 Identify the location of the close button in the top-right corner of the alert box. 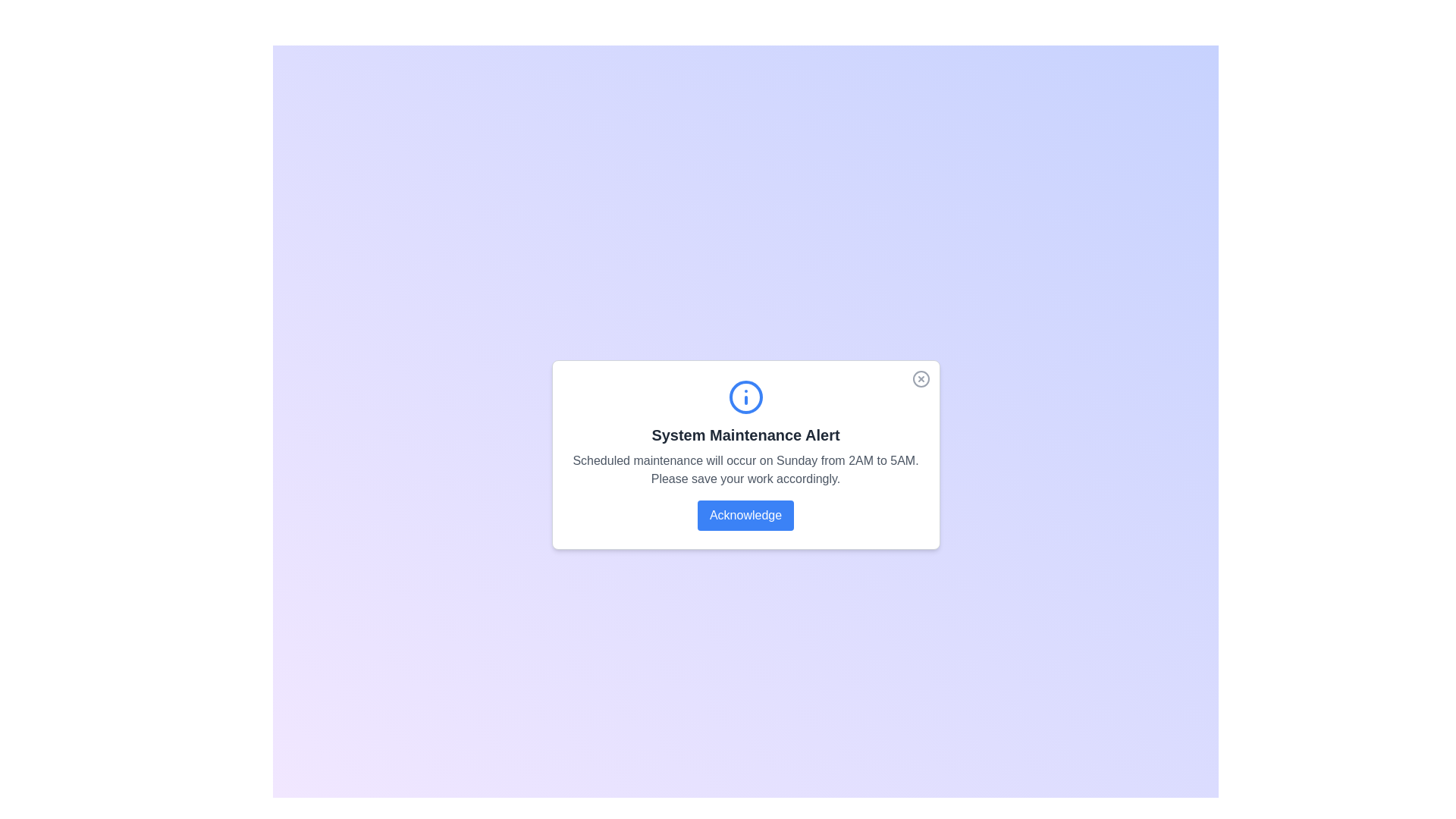
(920, 378).